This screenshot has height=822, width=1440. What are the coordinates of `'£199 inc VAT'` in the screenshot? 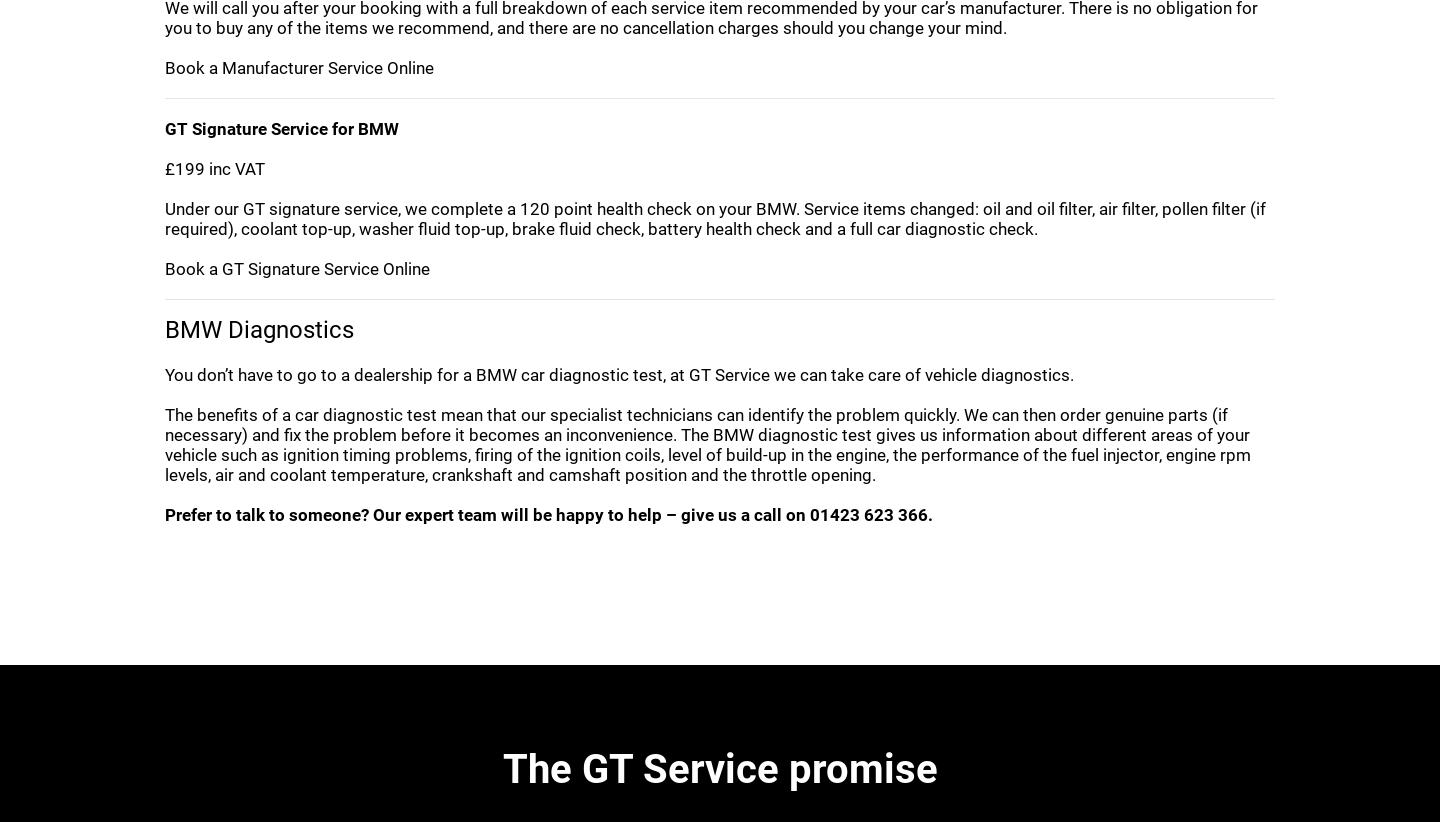 It's located at (214, 167).